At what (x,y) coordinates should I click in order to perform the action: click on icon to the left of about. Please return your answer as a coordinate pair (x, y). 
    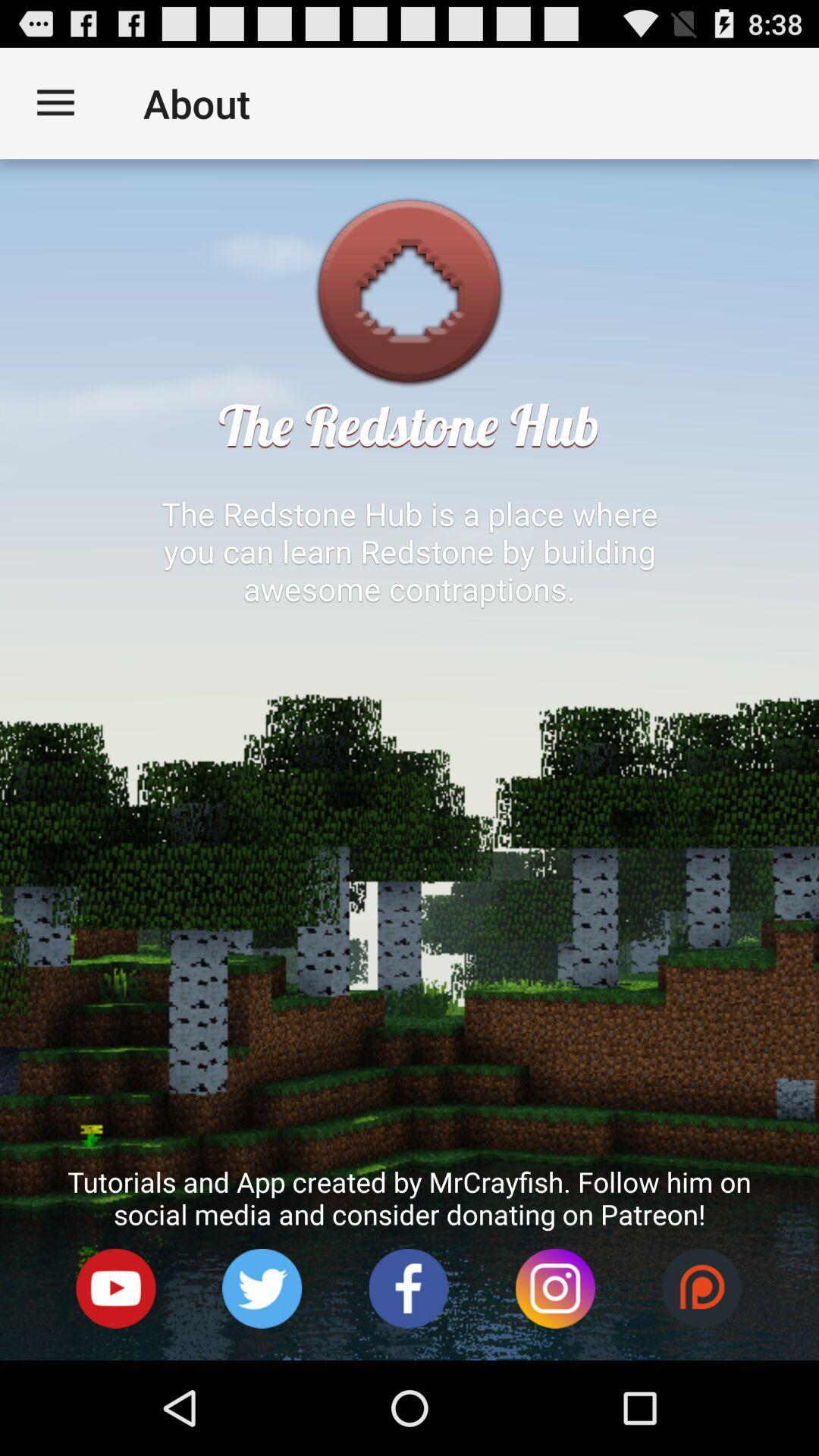
    Looking at the image, I should click on (55, 102).